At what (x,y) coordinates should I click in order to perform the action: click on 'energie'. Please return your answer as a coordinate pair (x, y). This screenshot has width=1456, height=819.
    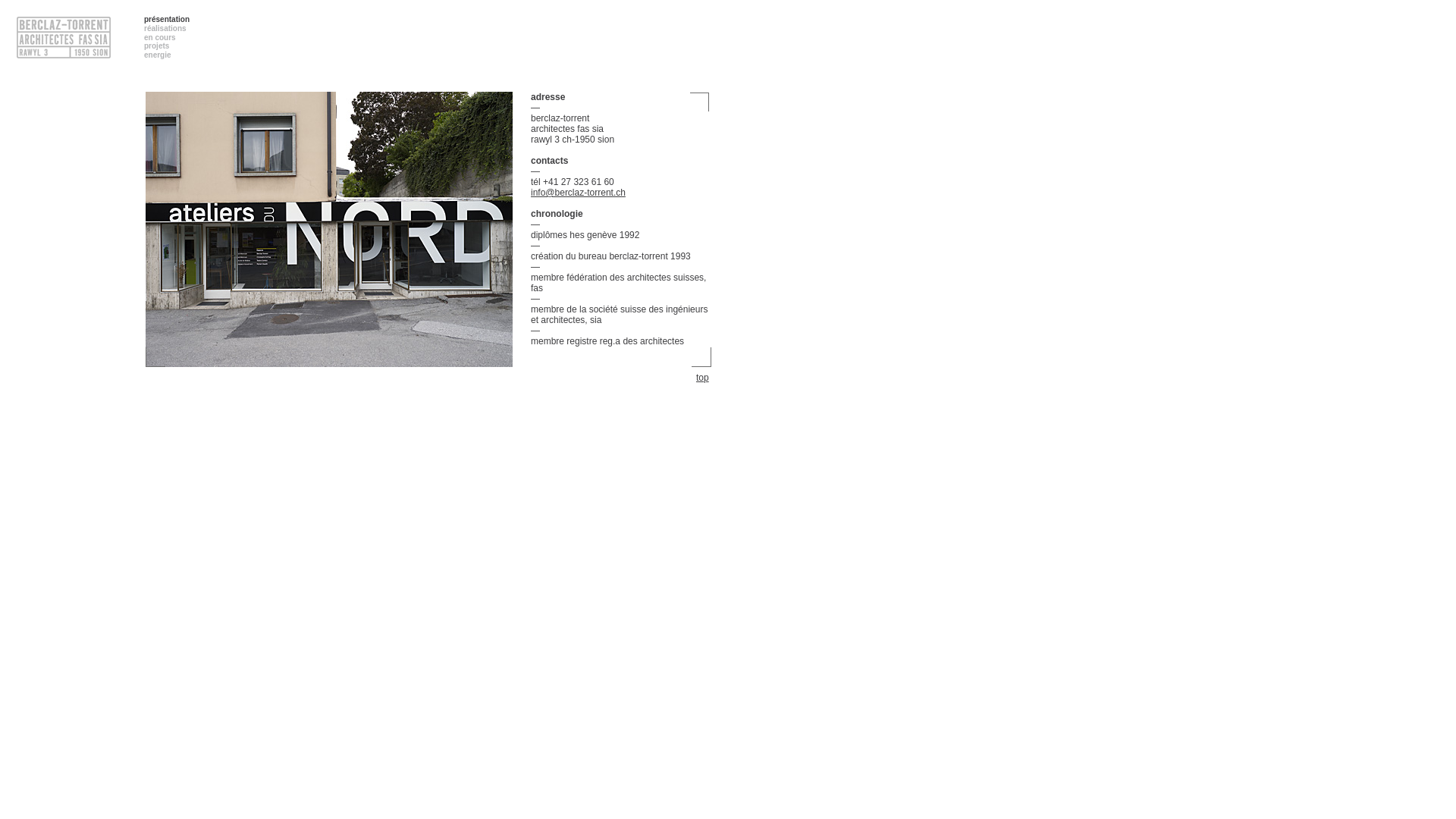
    Looking at the image, I should click on (157, 54).